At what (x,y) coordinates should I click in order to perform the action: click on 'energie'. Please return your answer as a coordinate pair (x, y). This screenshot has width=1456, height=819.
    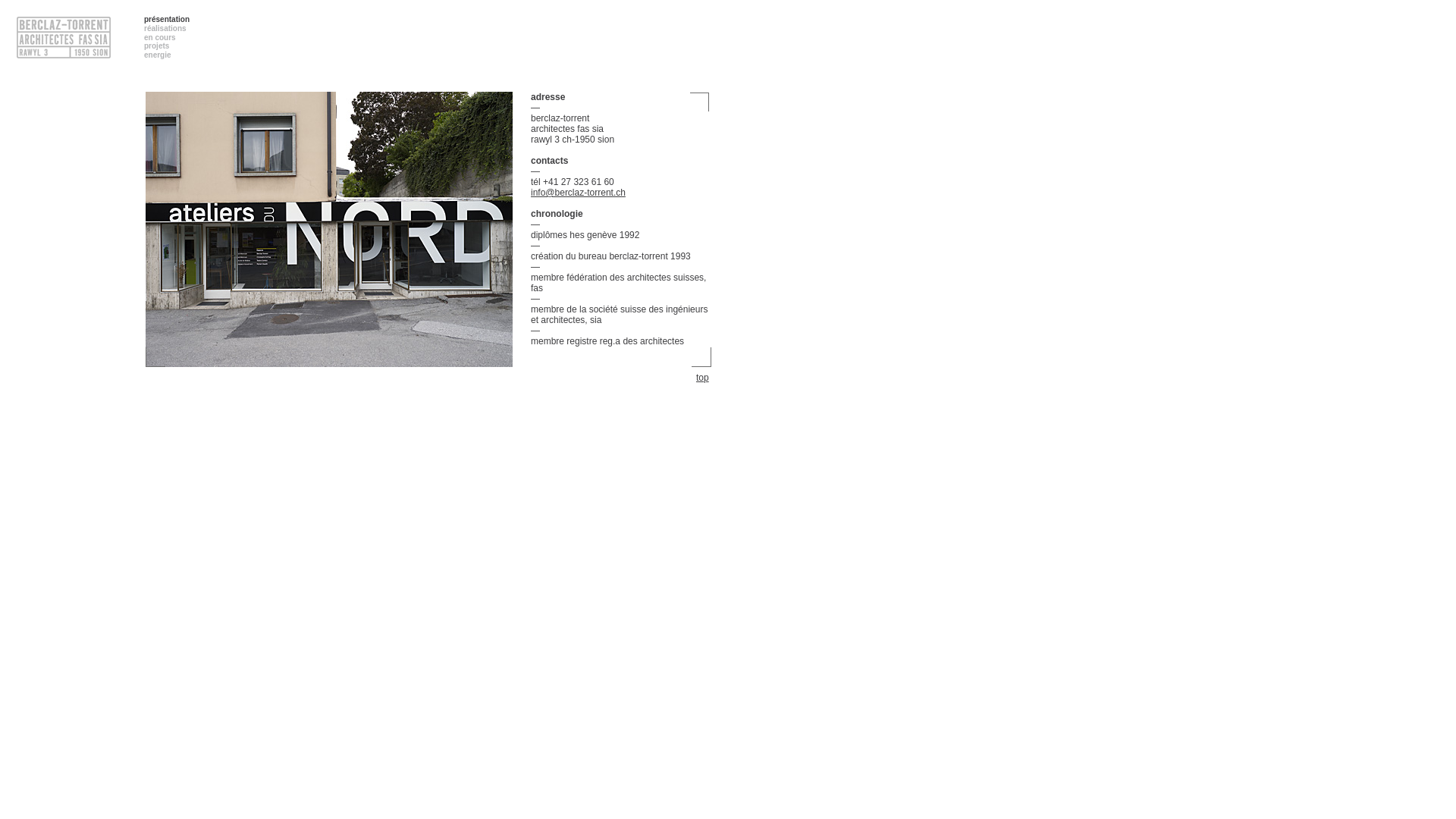
    Looking at the image, I should click on (157, 54).